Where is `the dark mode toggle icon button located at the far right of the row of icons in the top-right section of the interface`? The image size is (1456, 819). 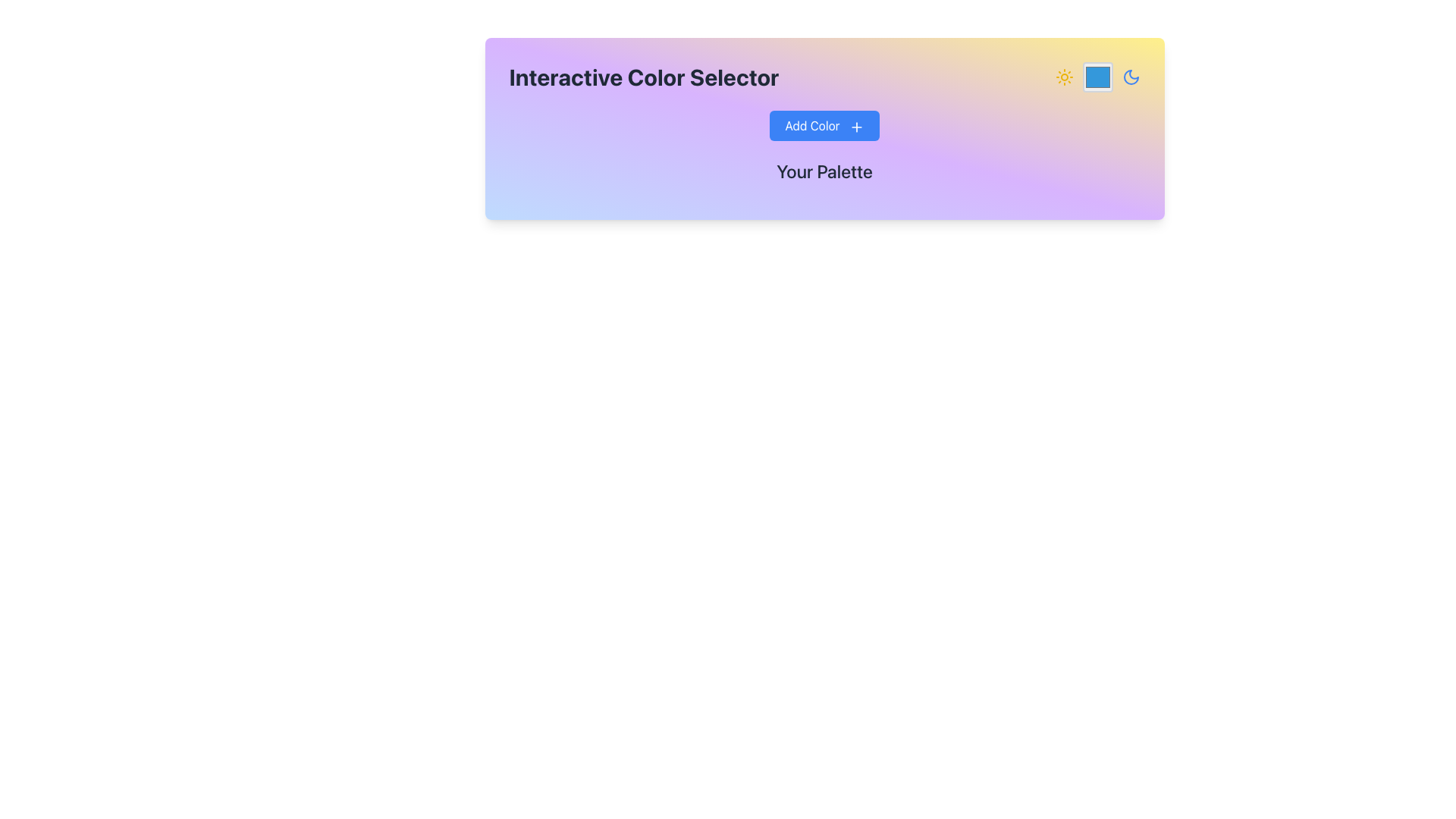 the dark mode toggle icon button located at the far right of the row of icons in the top-right section of the interface is located at coordinates (1131, 77).